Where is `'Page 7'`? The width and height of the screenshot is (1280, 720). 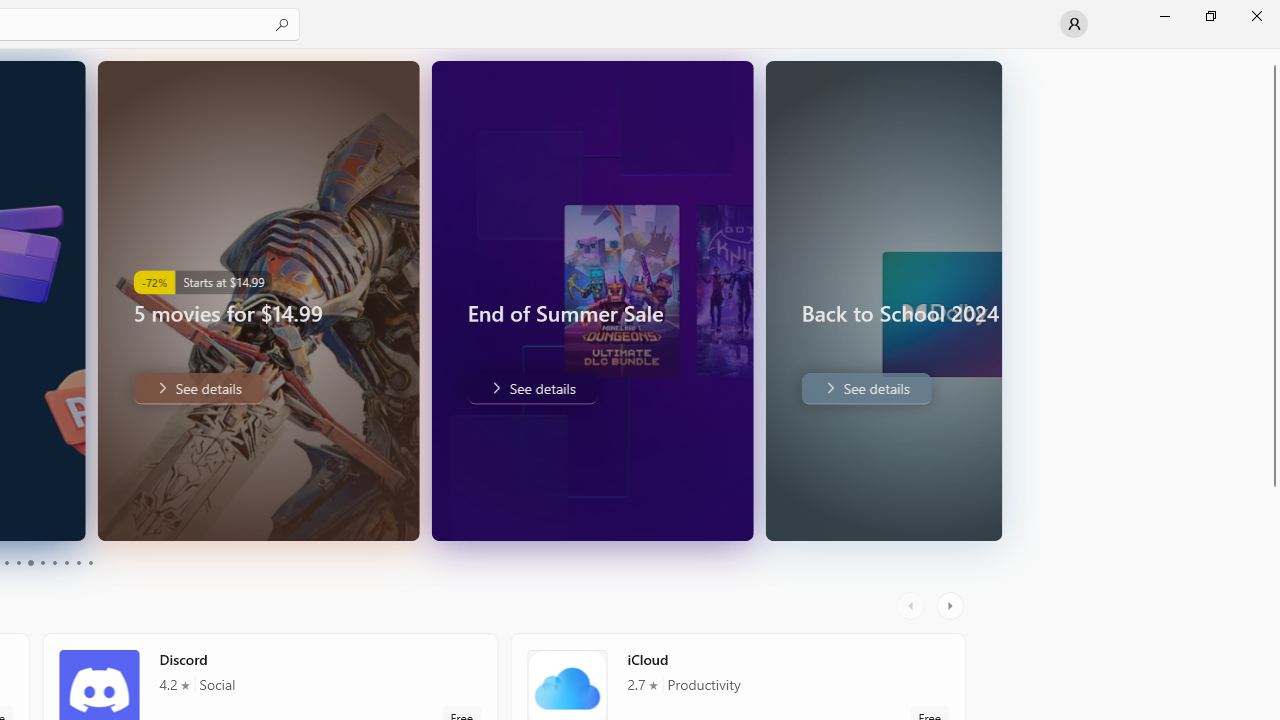
'Page 7' is located at coordinates (54, 563).